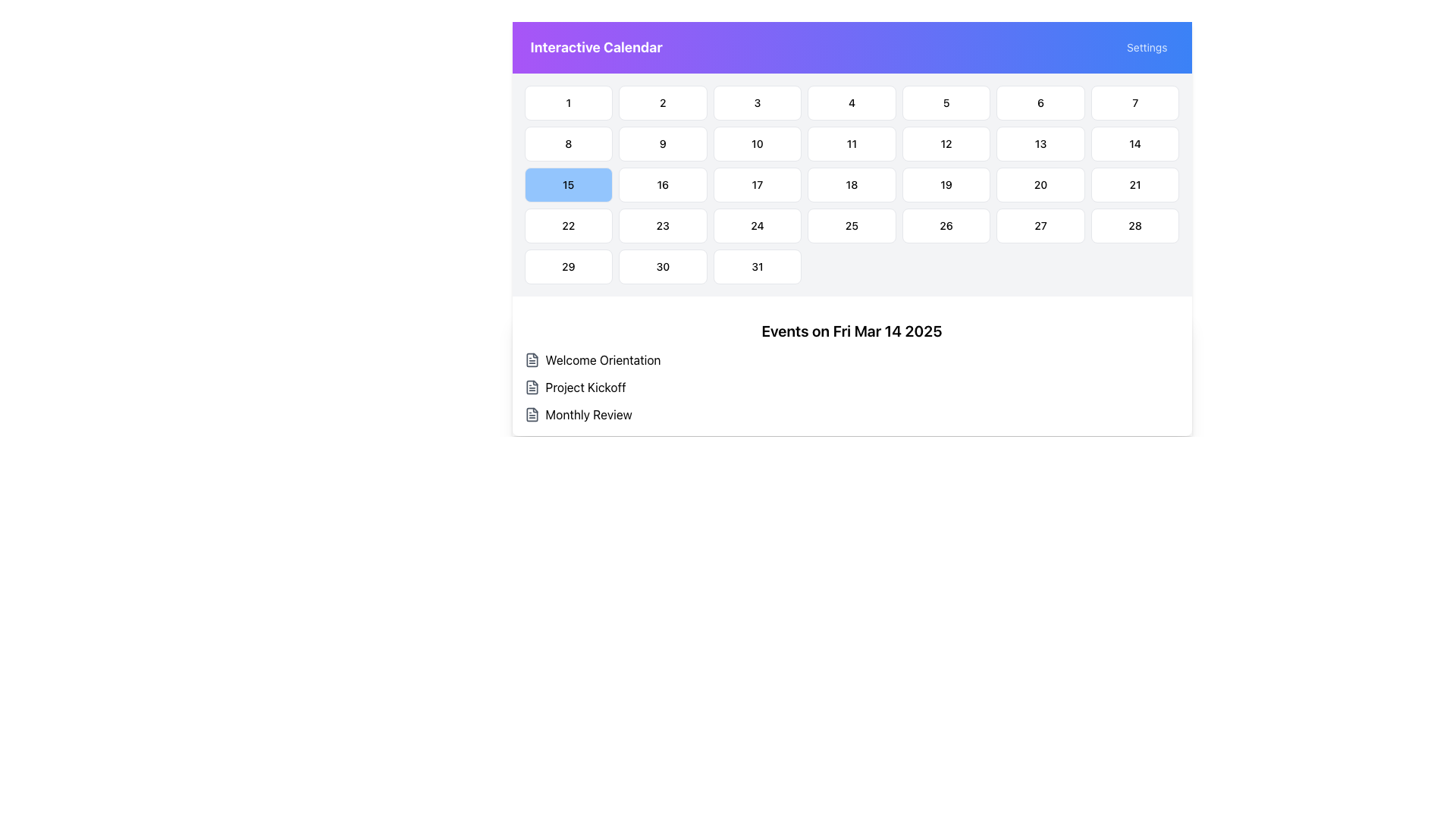 This screenshot has width=1456, height=819. I want to click on the text displaying the number '21' located in the 21st cell of the calendar grid in the third row and seventh column, so click(1135, 184).